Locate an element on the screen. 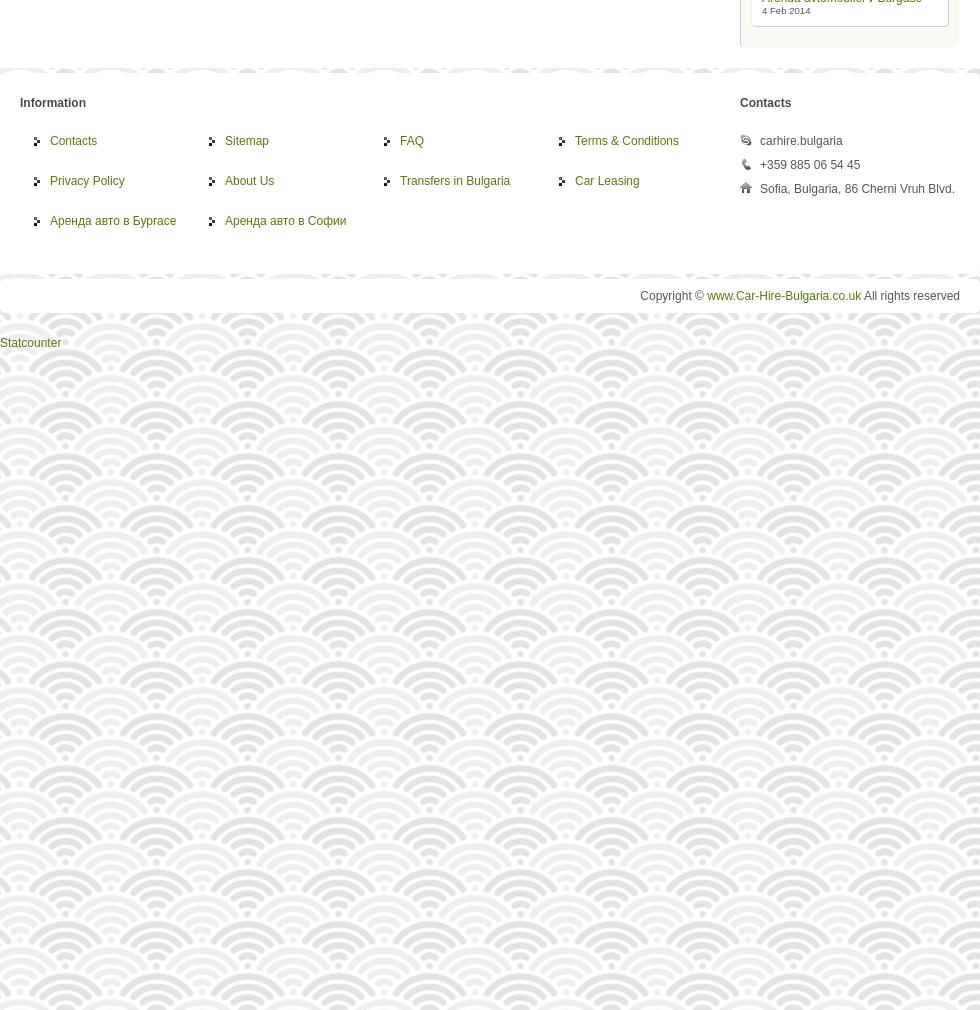  'carhire.bulgaria' is located at coordinates (800, 139).